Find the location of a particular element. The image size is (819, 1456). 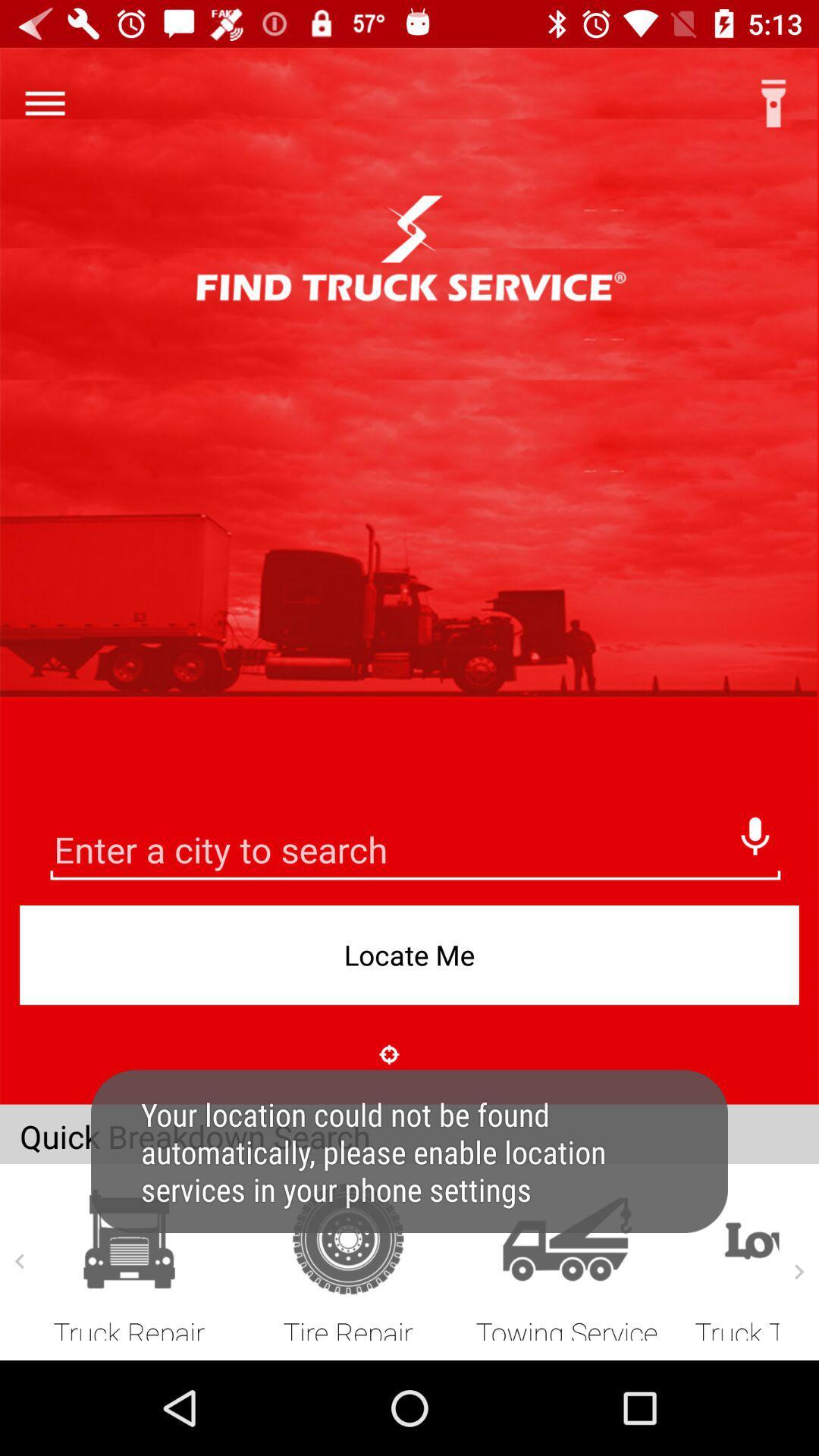

open keyboard is located at coordinates (415, 852).